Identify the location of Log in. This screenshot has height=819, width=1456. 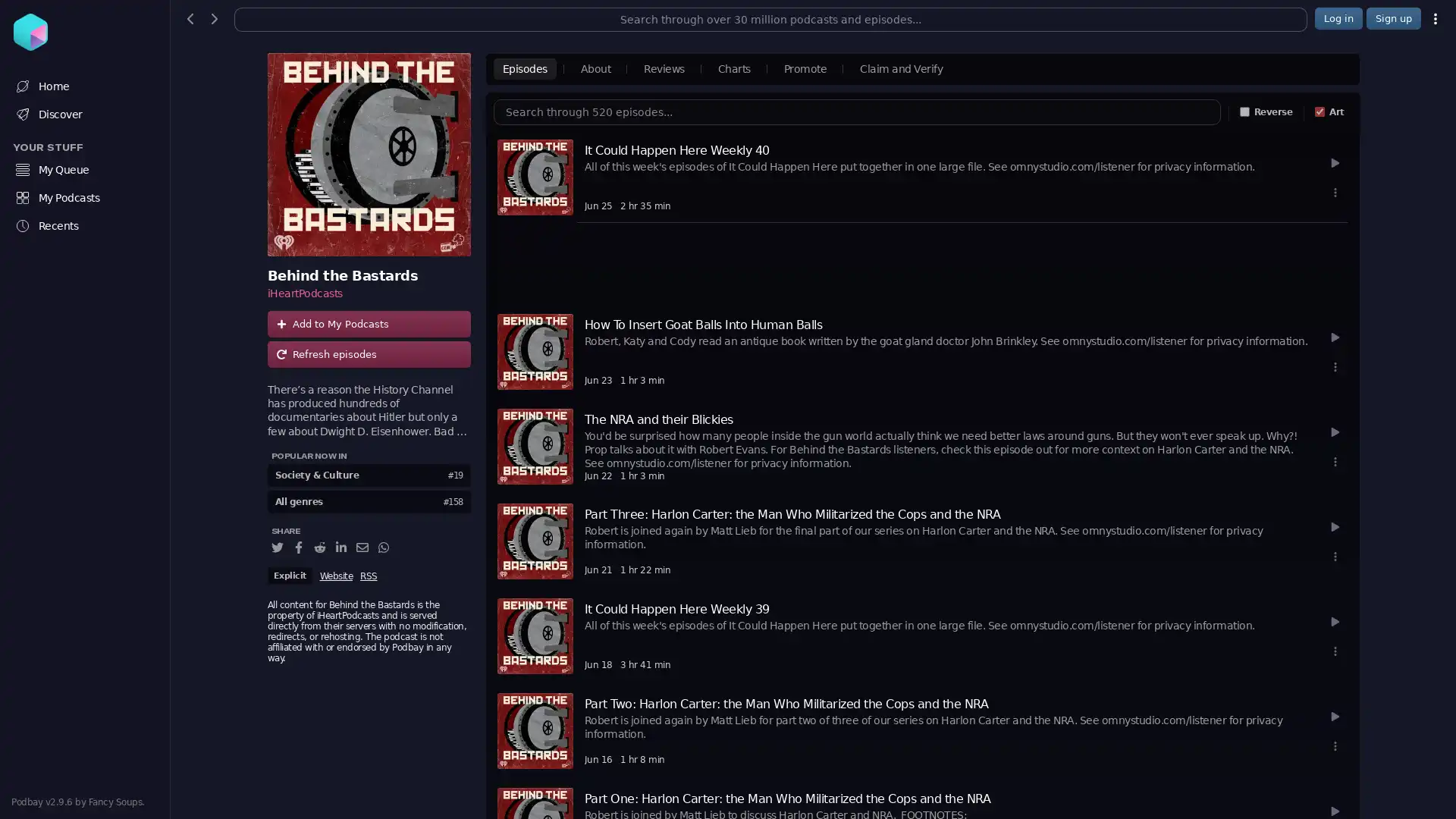
(1338, 18).